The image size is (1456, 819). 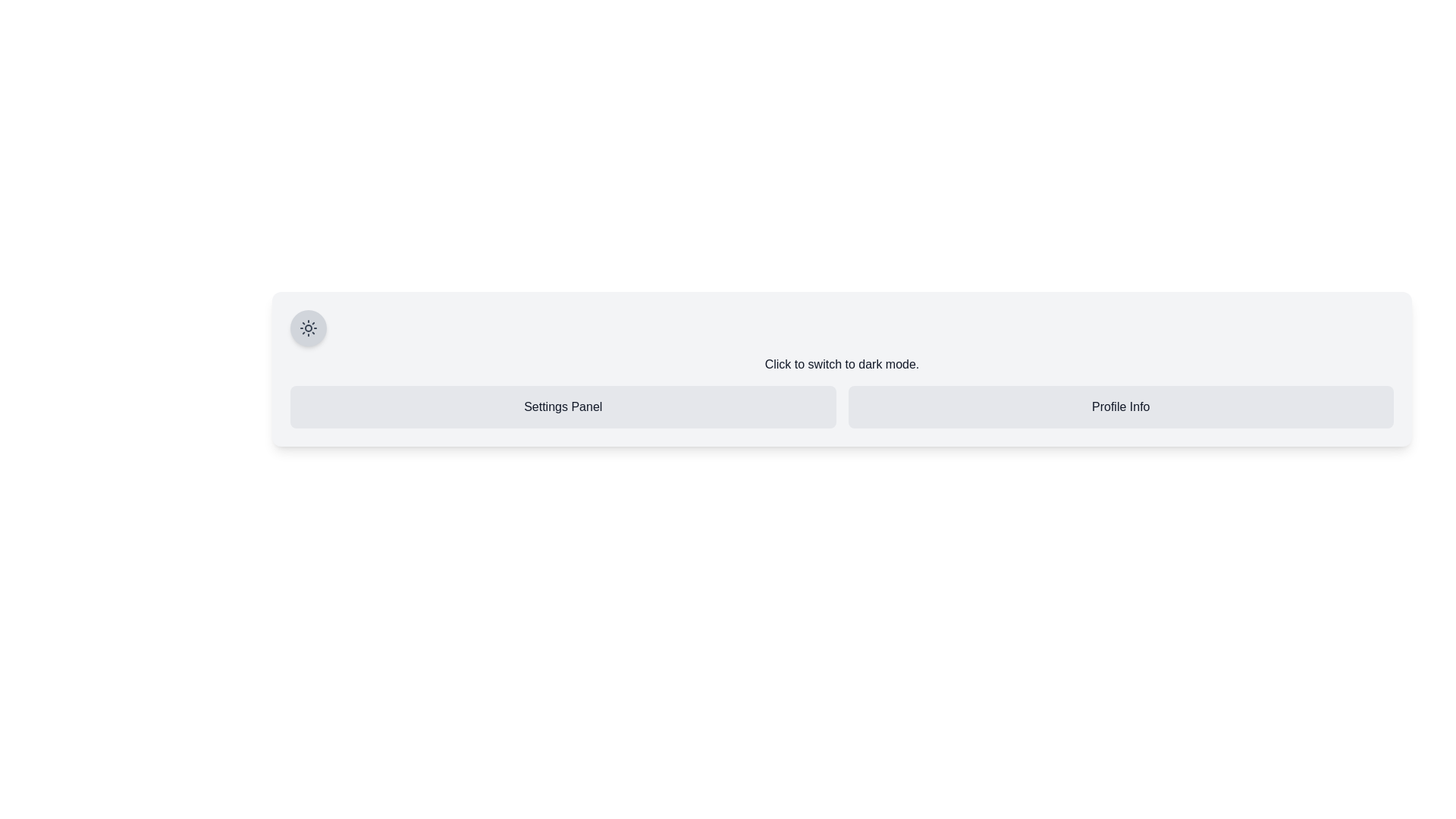 What do you see at coordinates (562, 406) in the screenshot?
I see `the 'Settings Panel' text label, which is a rectangular area with a light-gray background and rounded corners, positioned on the left side of a two-column layout` at bounding box center [562, 406].